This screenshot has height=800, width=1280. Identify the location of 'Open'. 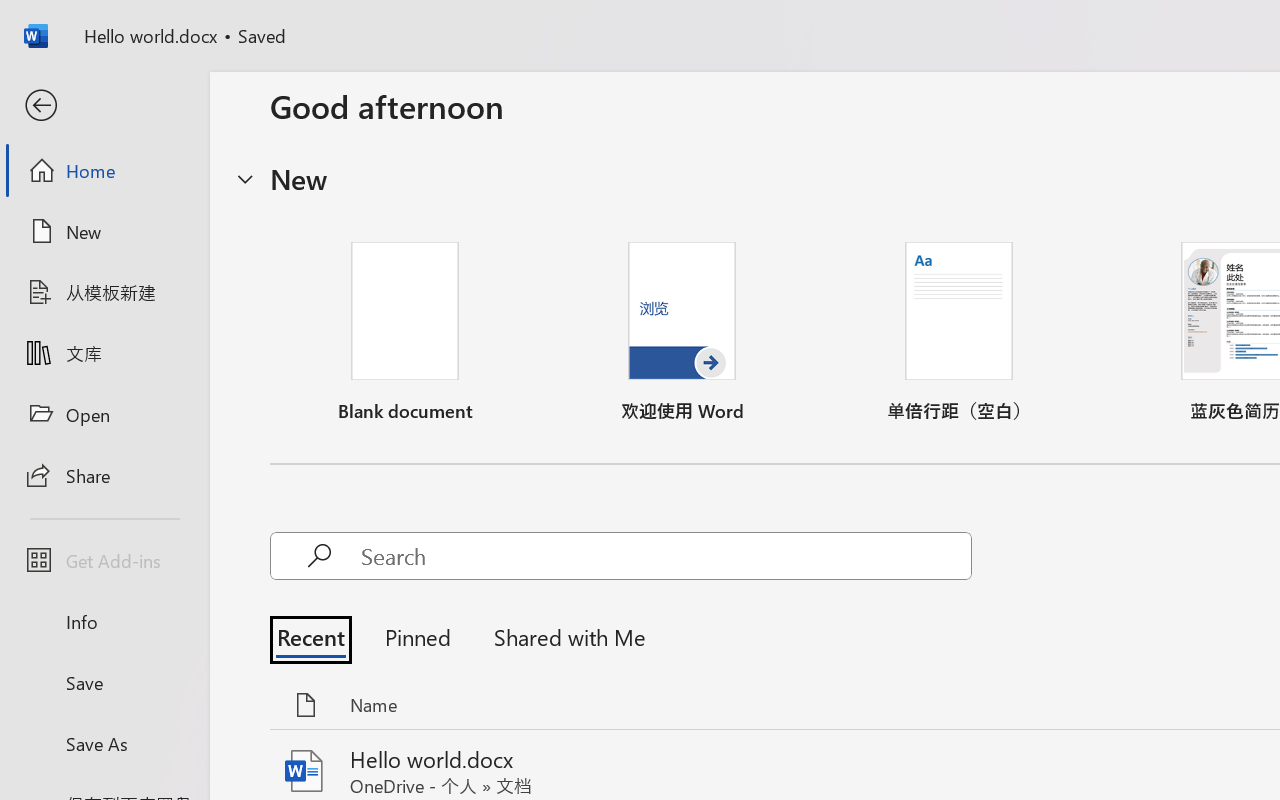
(103, 414).